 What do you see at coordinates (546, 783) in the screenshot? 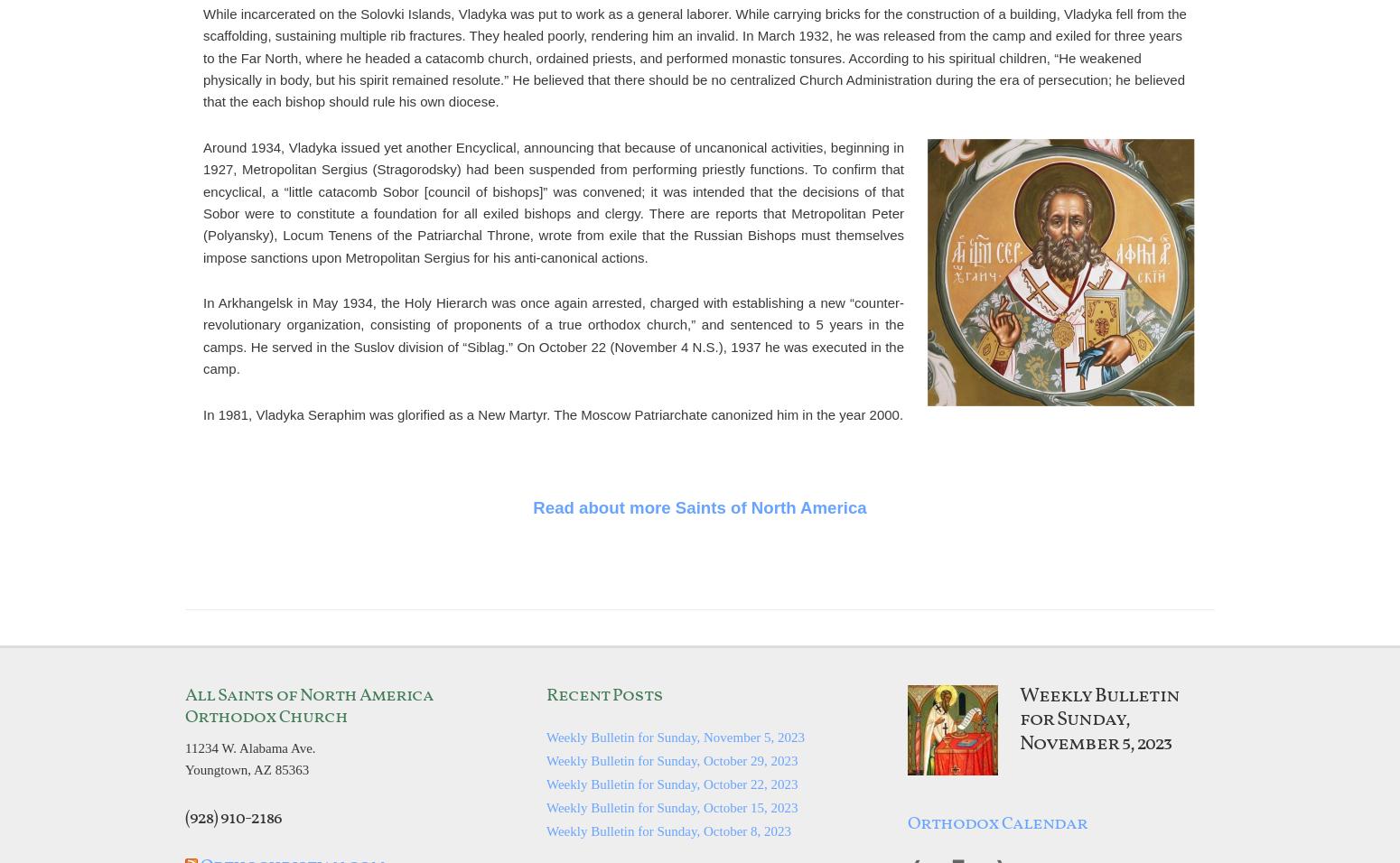
I see `'Weekly Bulletin for Sunday, October 22, 2023'` at bounding box center [546, 783].